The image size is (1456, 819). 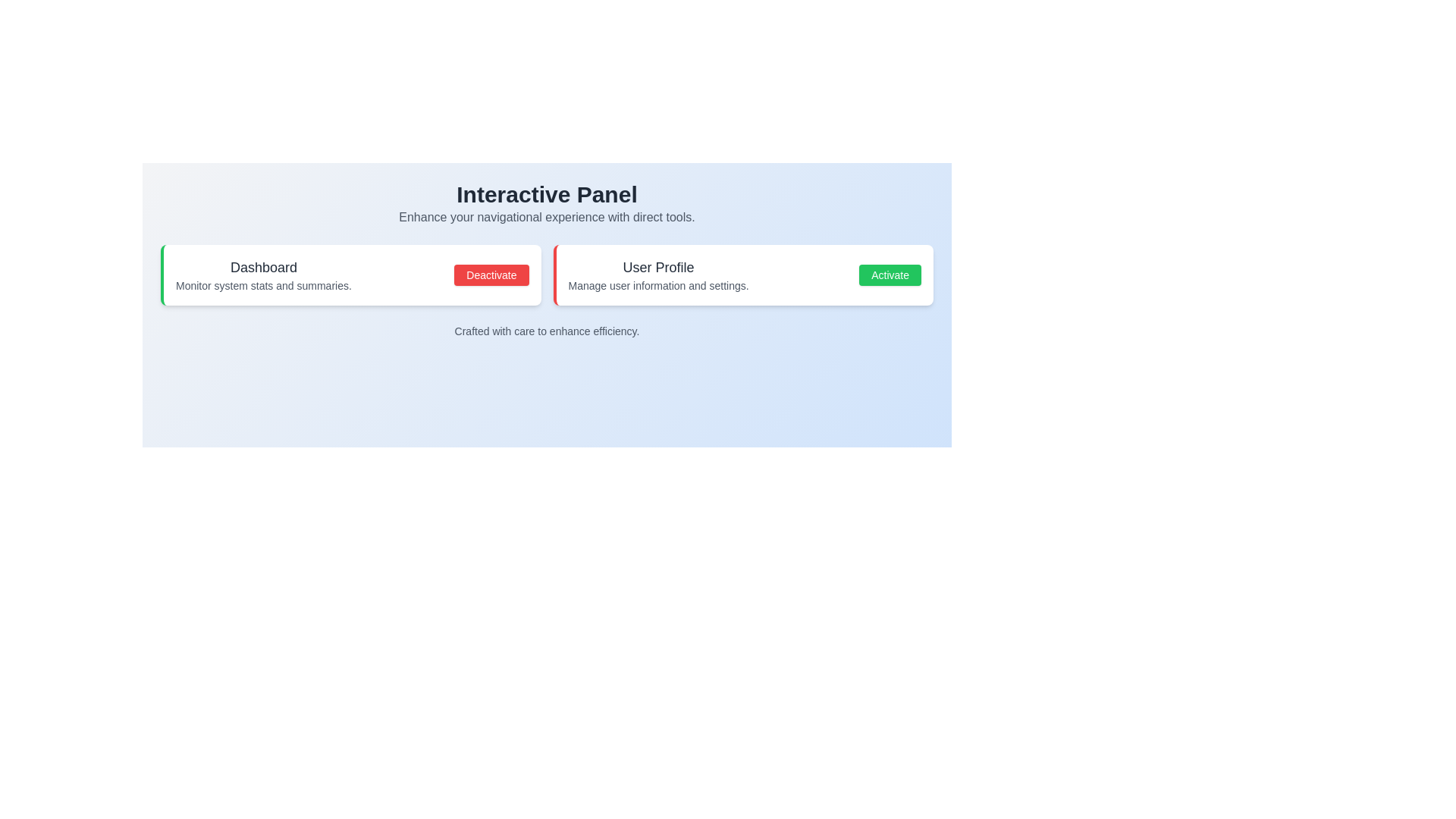 What do you see at coordinates (658, 267) in the screenshot?
I see `the Text Label that serves as a title for user profile management, located in the middle section of the panel above the text 'Manage user information and settings.'` at bounding box center [658, 267].